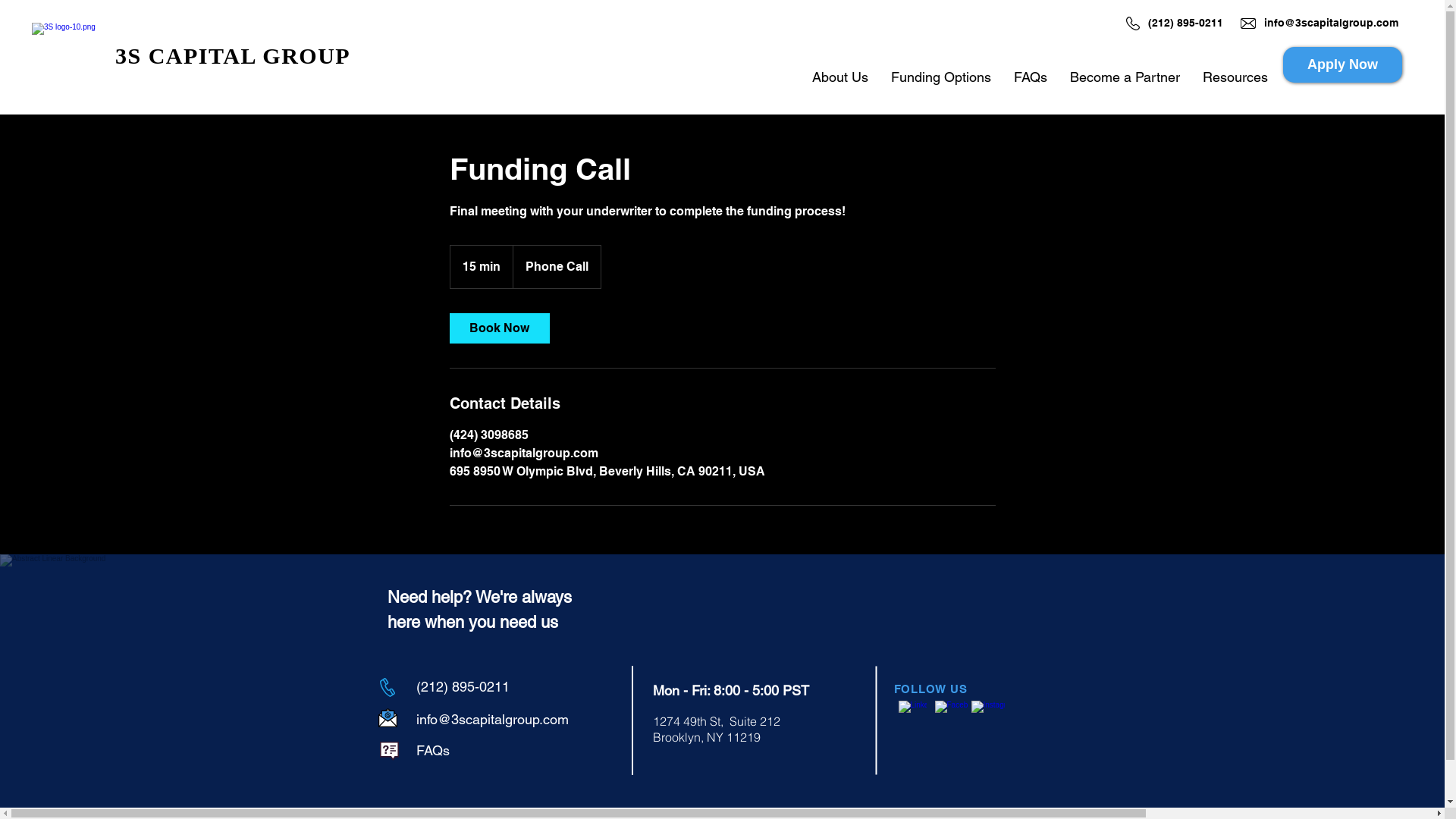 This screenshot has width=1456, height=819. Describe the element at coordinates (232, 55) in the screenshot. I see `'3S CAPITAL GROUP'` at that location.